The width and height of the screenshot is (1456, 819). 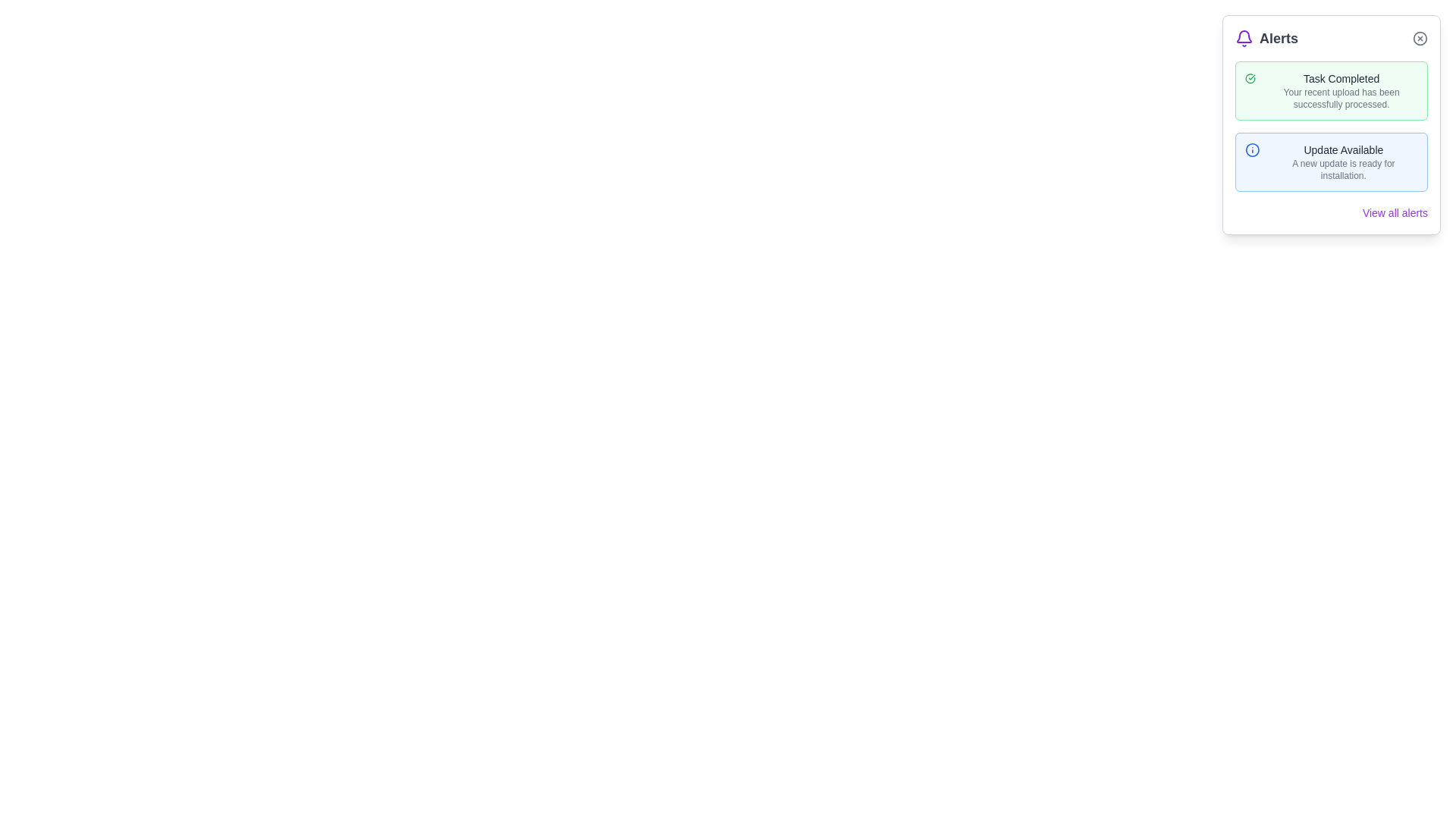 What do you see at coordinates (1419, 37) in the screenshot?
I see `the close button represented by a circular SVG element with an 'X' mark, located in the top-right corner of the 'Alerts' panel` at bounding box center [1419, 37].